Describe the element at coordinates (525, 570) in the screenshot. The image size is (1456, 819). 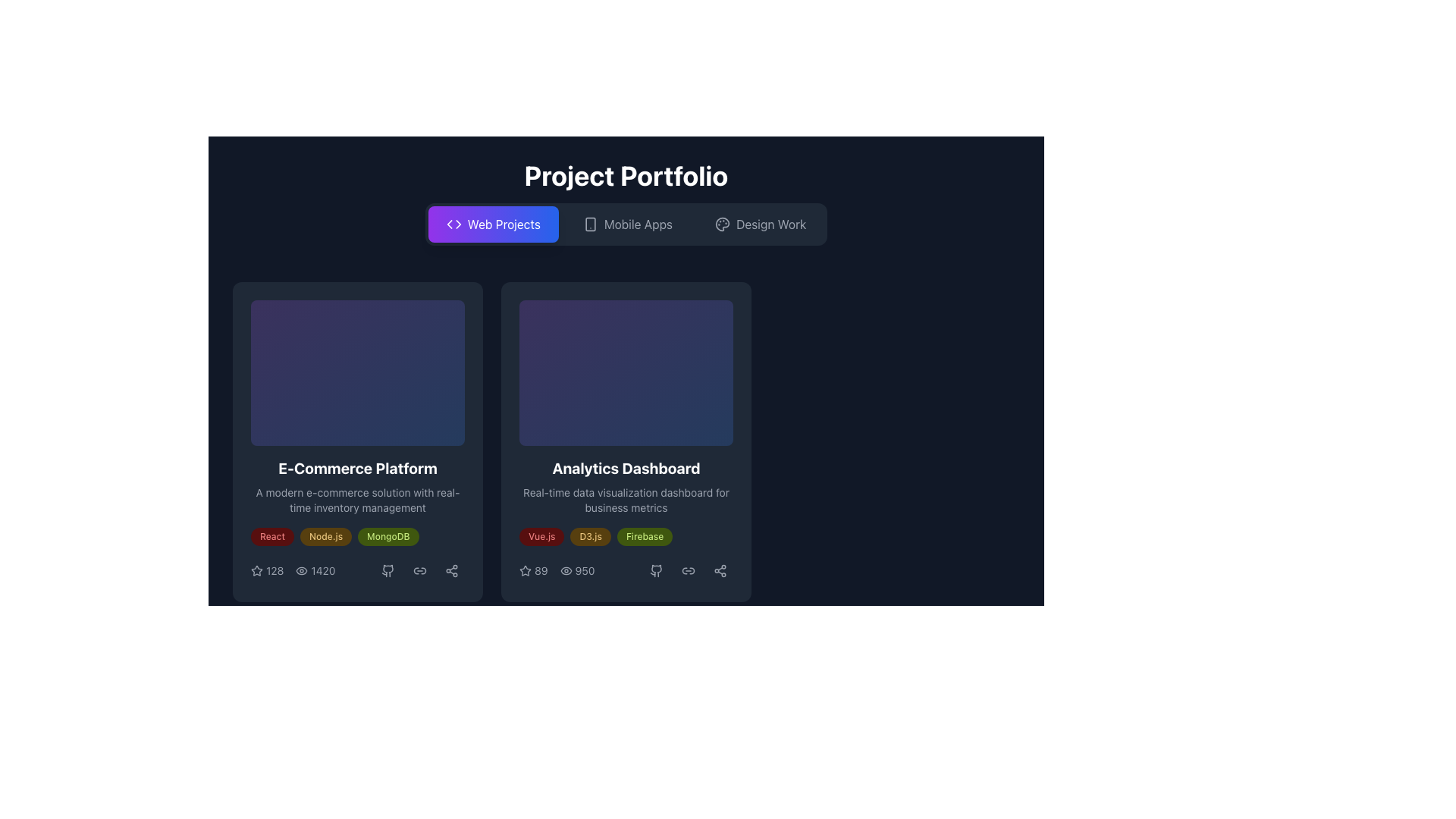
I see `the graphical star icon in the footer of the 'Analytics Dashboard' card, located to the right of the 'Project Portfolio' title` at that location.